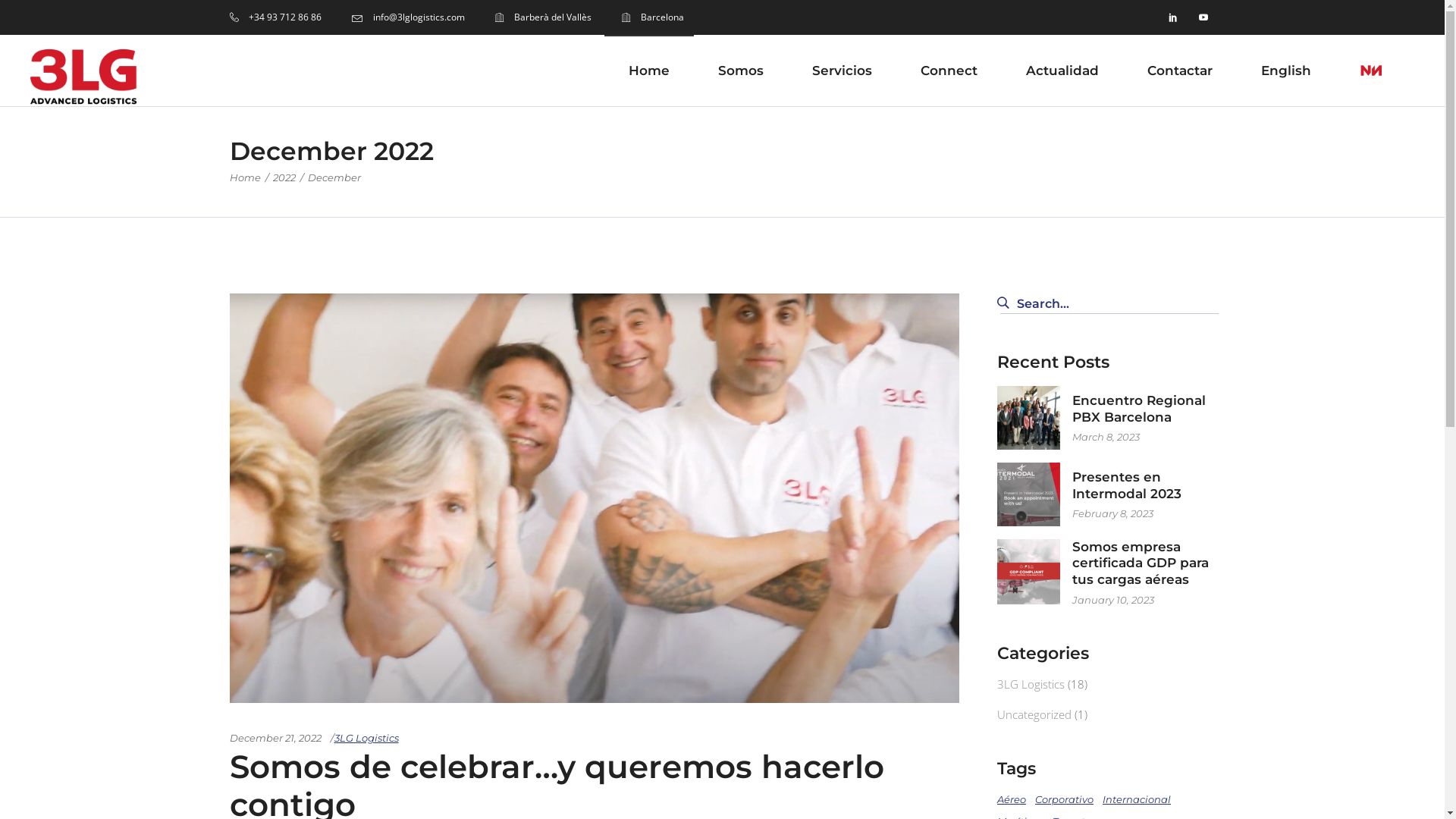  Describe the element at coordinates (275, 736) in the screenshot. I see `'December 21, 2022'` at that location.